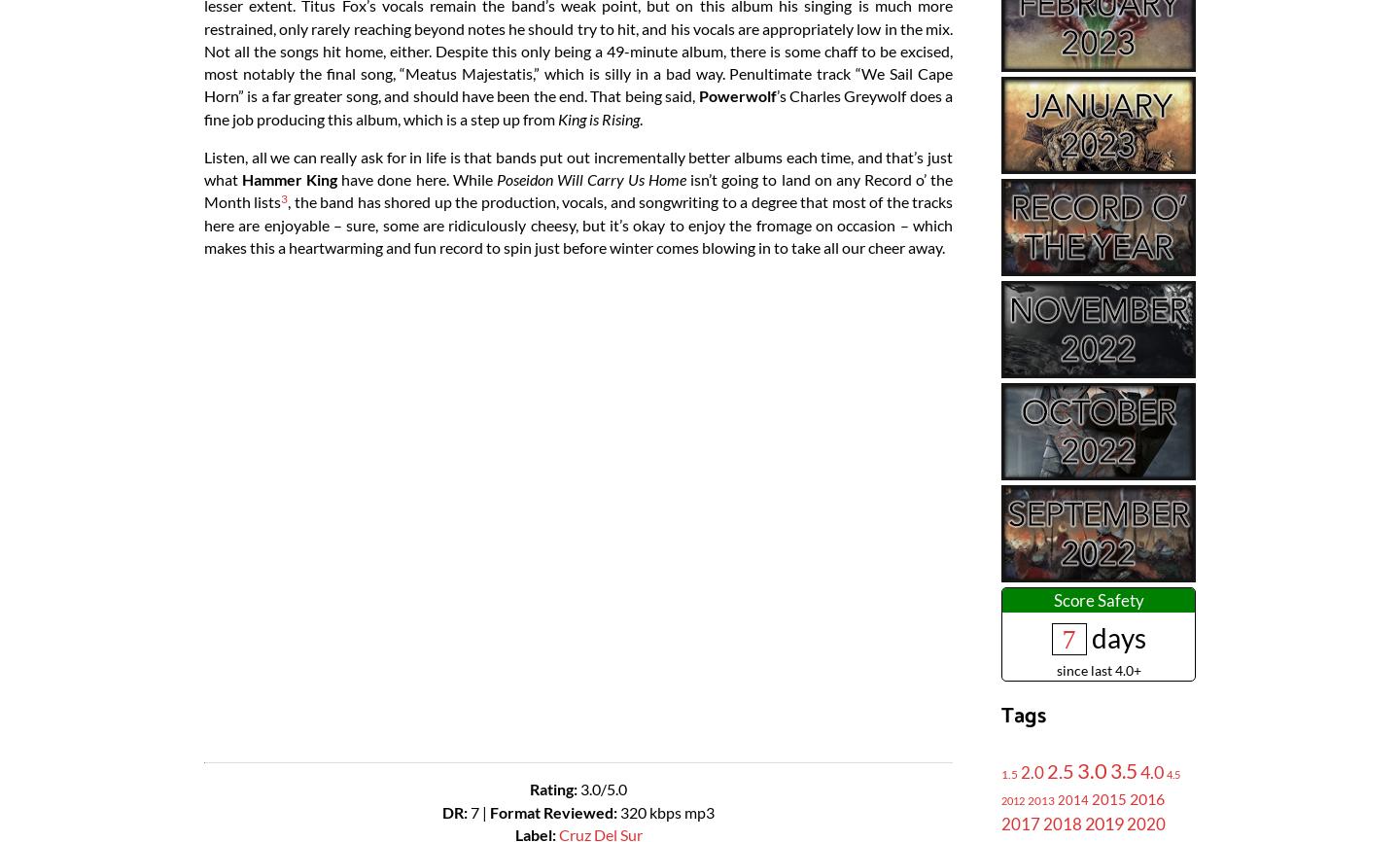  Describe the element at coordinates (554, 788) in the screenshot. I see `'Rating:'` at that location.